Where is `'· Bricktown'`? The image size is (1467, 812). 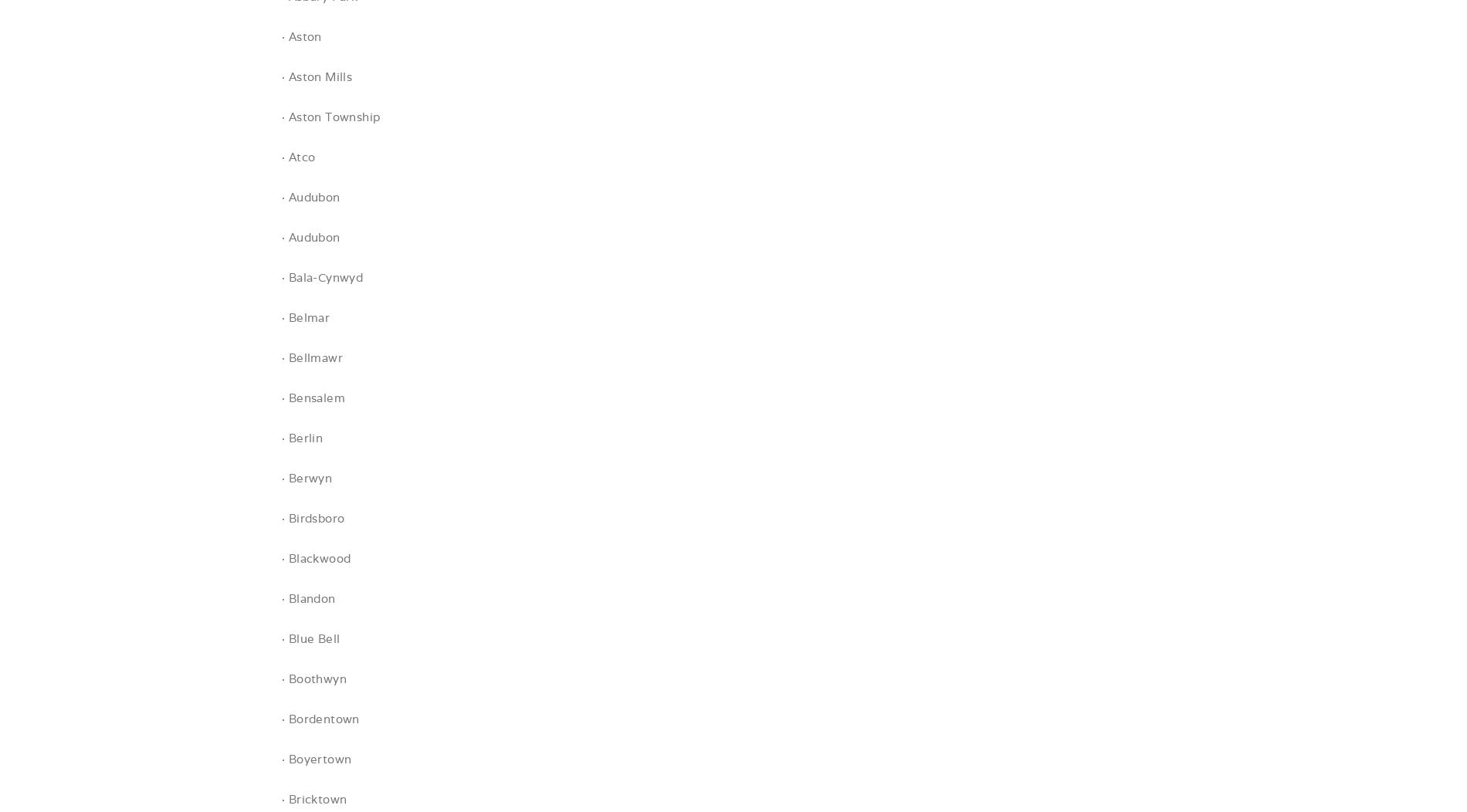
'· Bricktown' is located at coordinates (280, 798).